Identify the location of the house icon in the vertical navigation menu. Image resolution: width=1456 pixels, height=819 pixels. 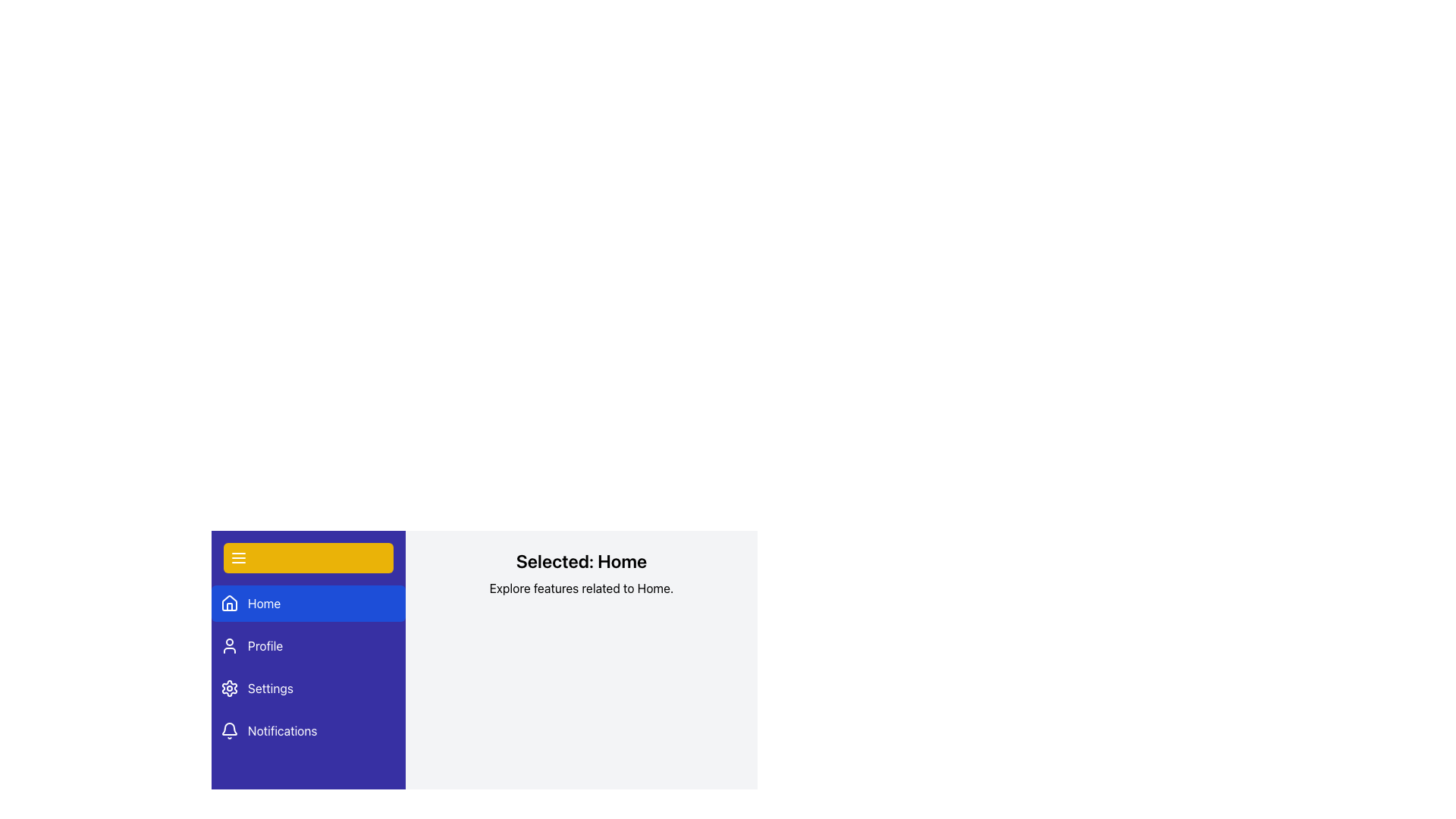
(228, 601).